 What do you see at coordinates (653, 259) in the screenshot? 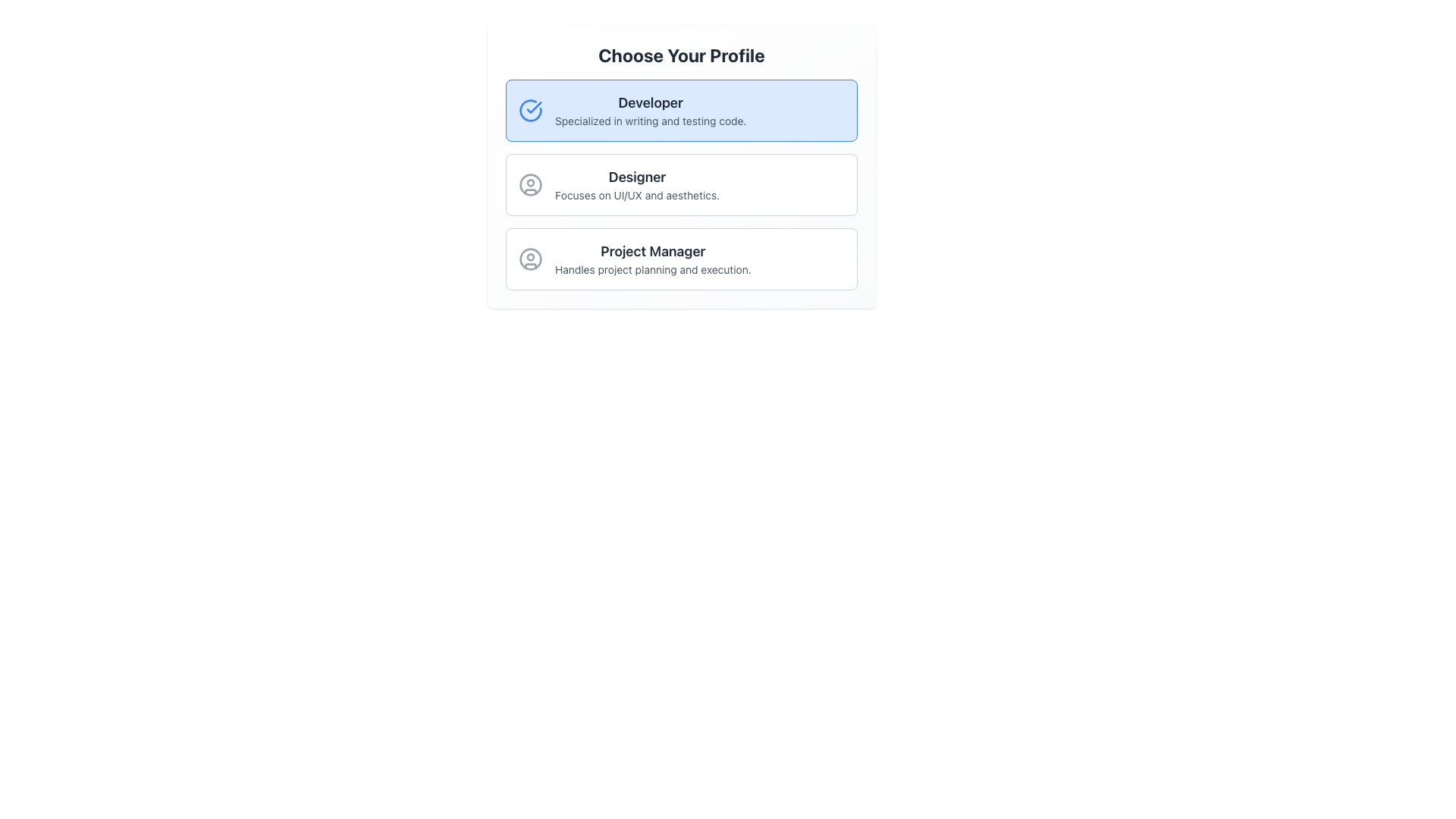
I see `the 'Project Manager' label in the user profile selection interface` at bounding box center [653, 259].